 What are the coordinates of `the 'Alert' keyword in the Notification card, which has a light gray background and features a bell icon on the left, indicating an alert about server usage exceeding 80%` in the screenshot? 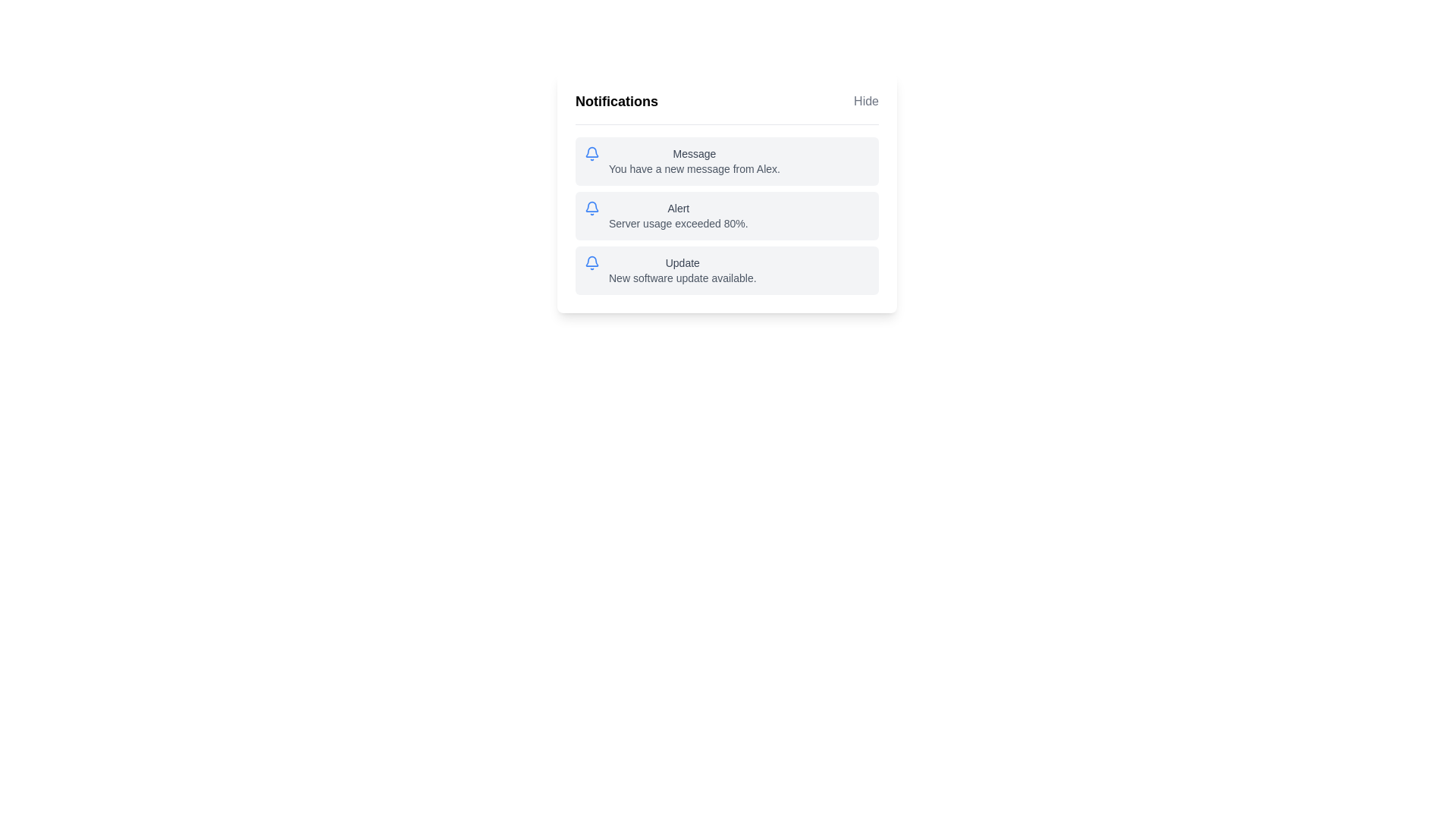 It's located at (726, 216).